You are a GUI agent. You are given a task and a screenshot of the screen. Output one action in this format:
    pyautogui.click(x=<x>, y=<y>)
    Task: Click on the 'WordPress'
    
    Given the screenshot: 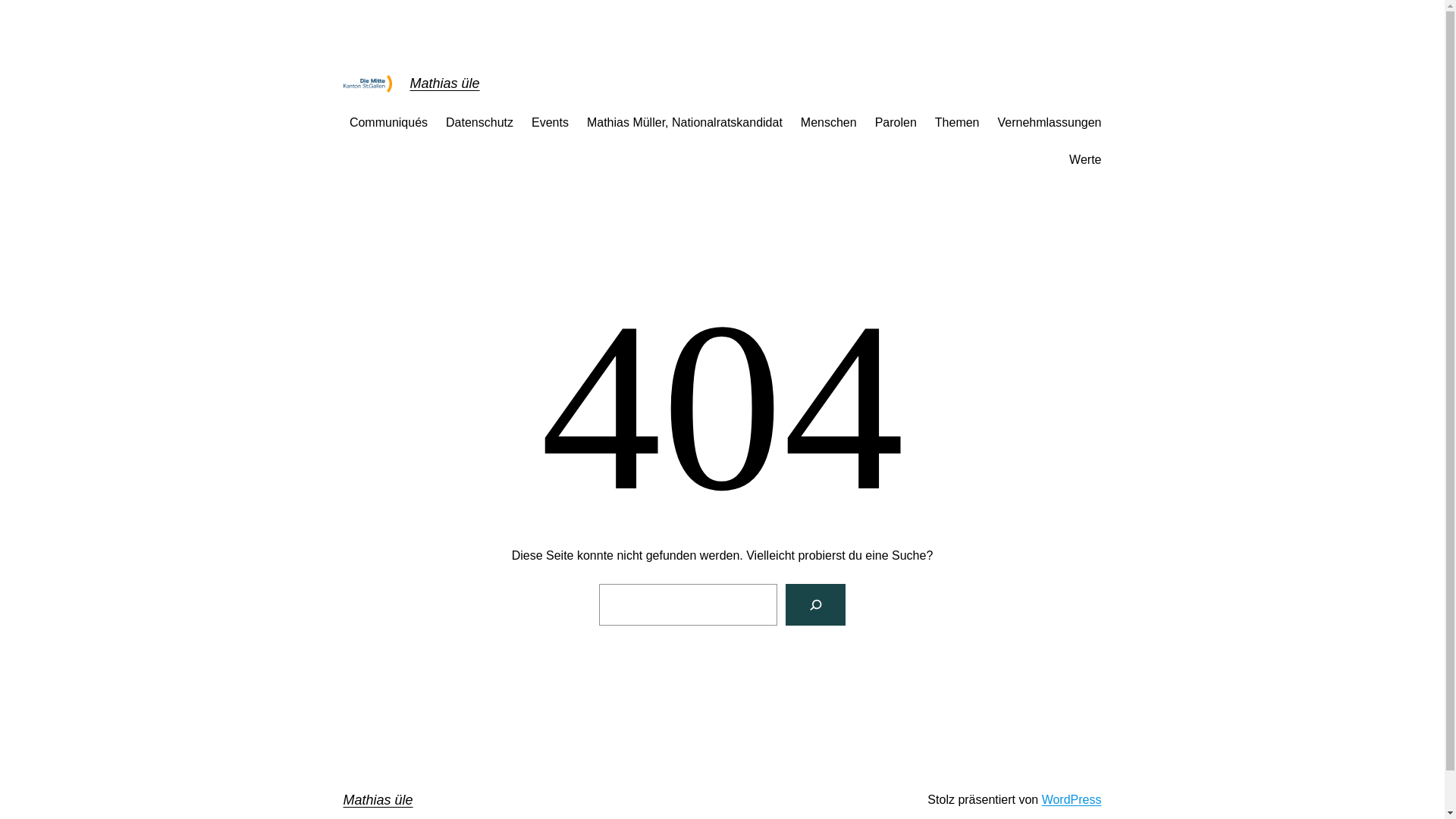 What is the action you would take?
    pyautogui.click(x=1071, y=799)
    